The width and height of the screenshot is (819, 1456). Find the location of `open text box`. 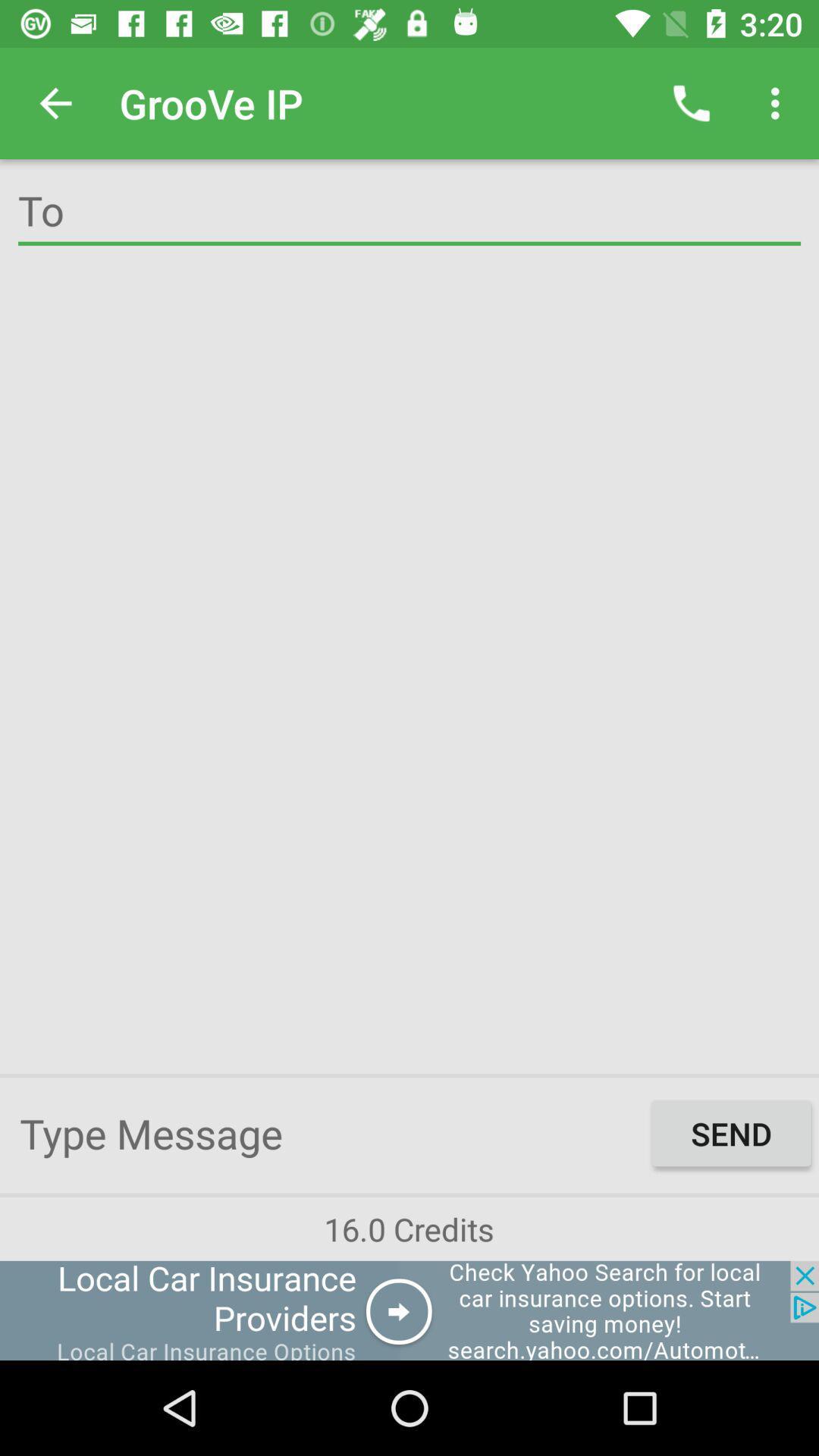

open text box is located at coordinates (331, 1133).